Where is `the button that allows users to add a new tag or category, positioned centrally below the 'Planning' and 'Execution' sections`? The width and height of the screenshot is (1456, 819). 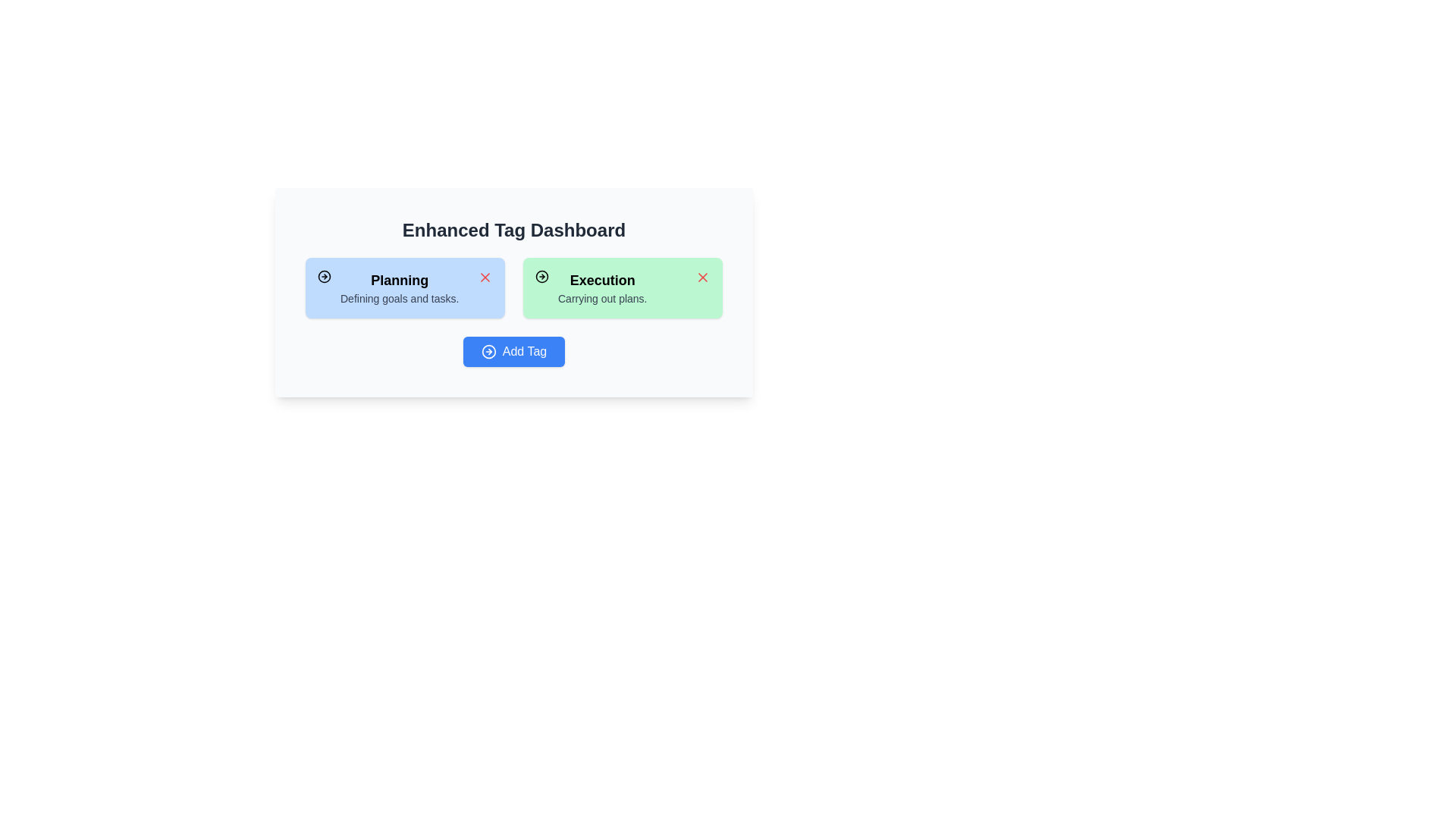
the button that allows users to add a new tag or category, positioned centrally below the 'Planning' and 'Execution' sections is located at coordinates (513, 351).